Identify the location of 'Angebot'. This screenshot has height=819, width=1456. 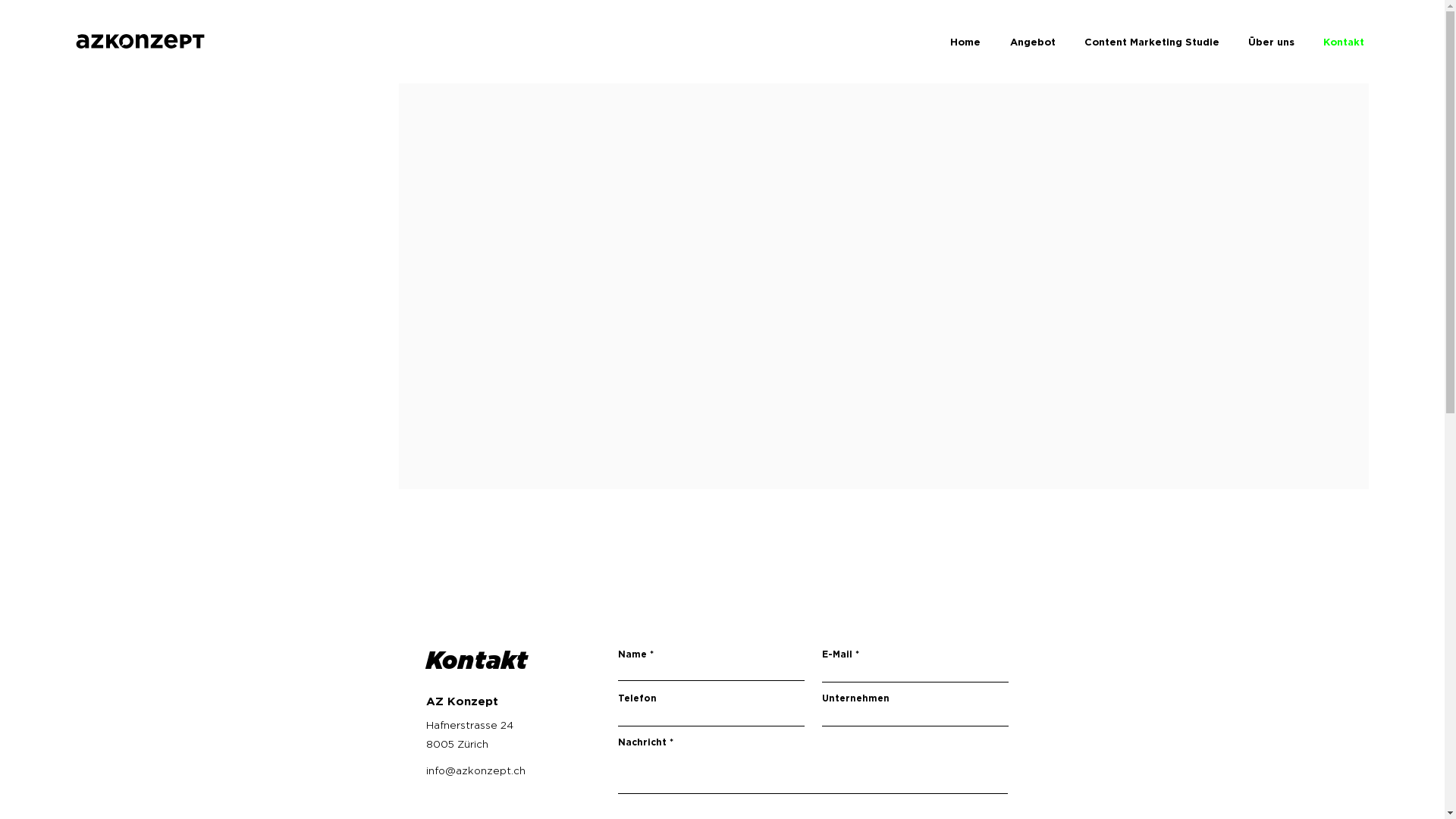
(1031, 40).